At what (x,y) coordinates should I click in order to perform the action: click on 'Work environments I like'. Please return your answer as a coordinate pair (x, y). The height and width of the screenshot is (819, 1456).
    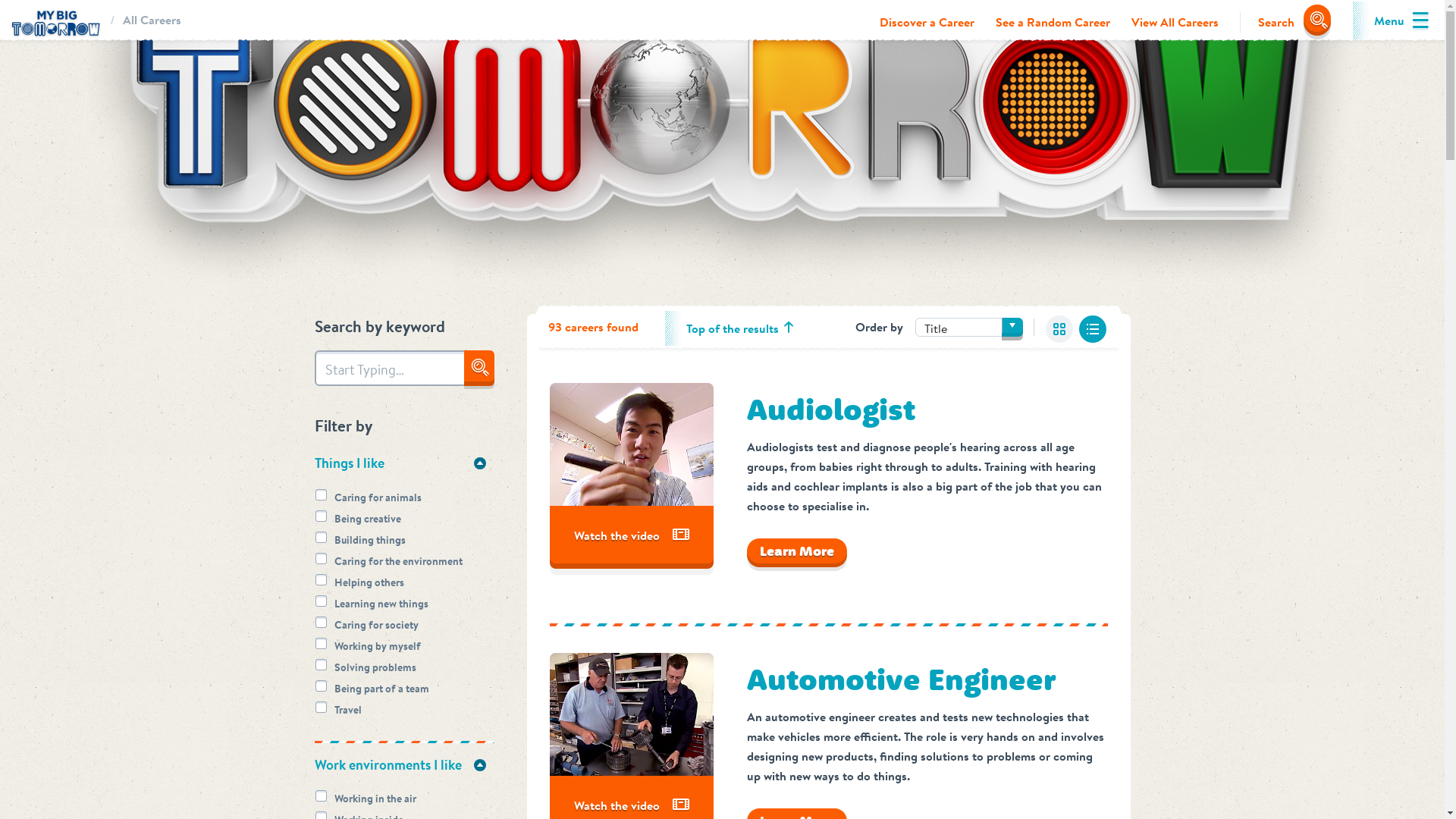
    Looking at the image, I should click on (403, 765).